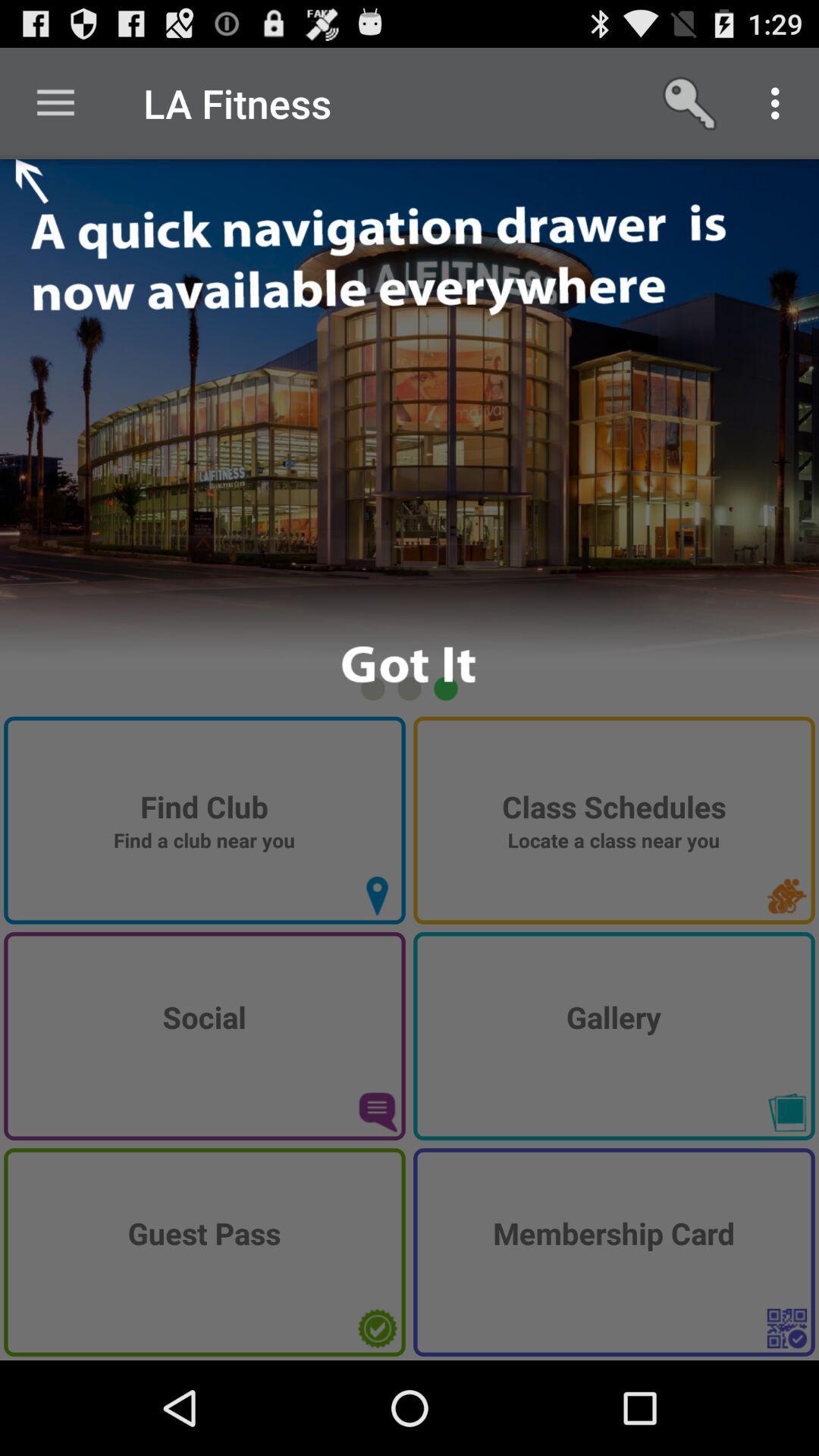 This screenshot has height=1456, width=819. I want to click on the icon next to the la fitness item, so click(55, 102).